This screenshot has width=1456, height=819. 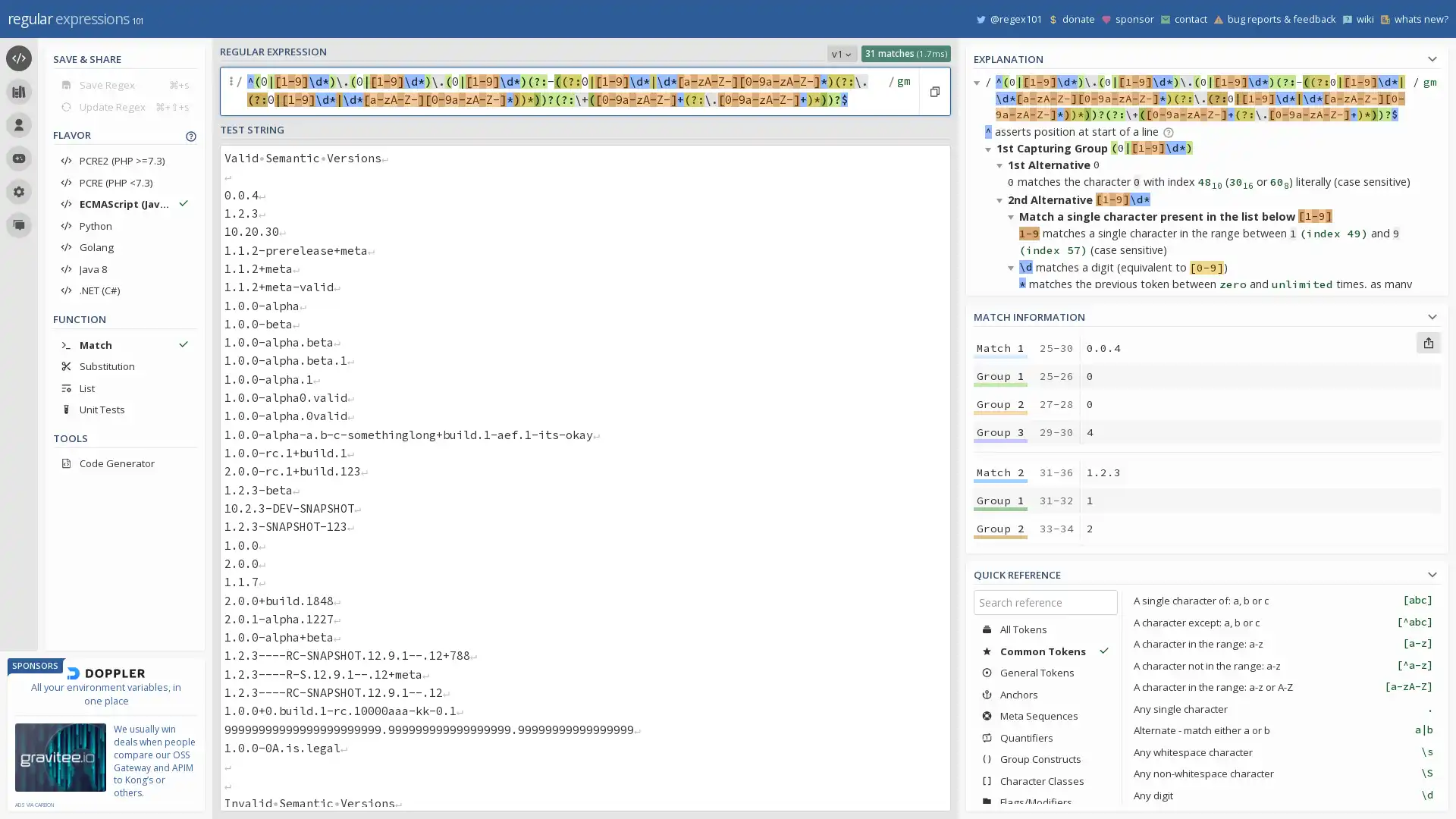 I want to click on Export Matches, so click(x=1427, y=342).